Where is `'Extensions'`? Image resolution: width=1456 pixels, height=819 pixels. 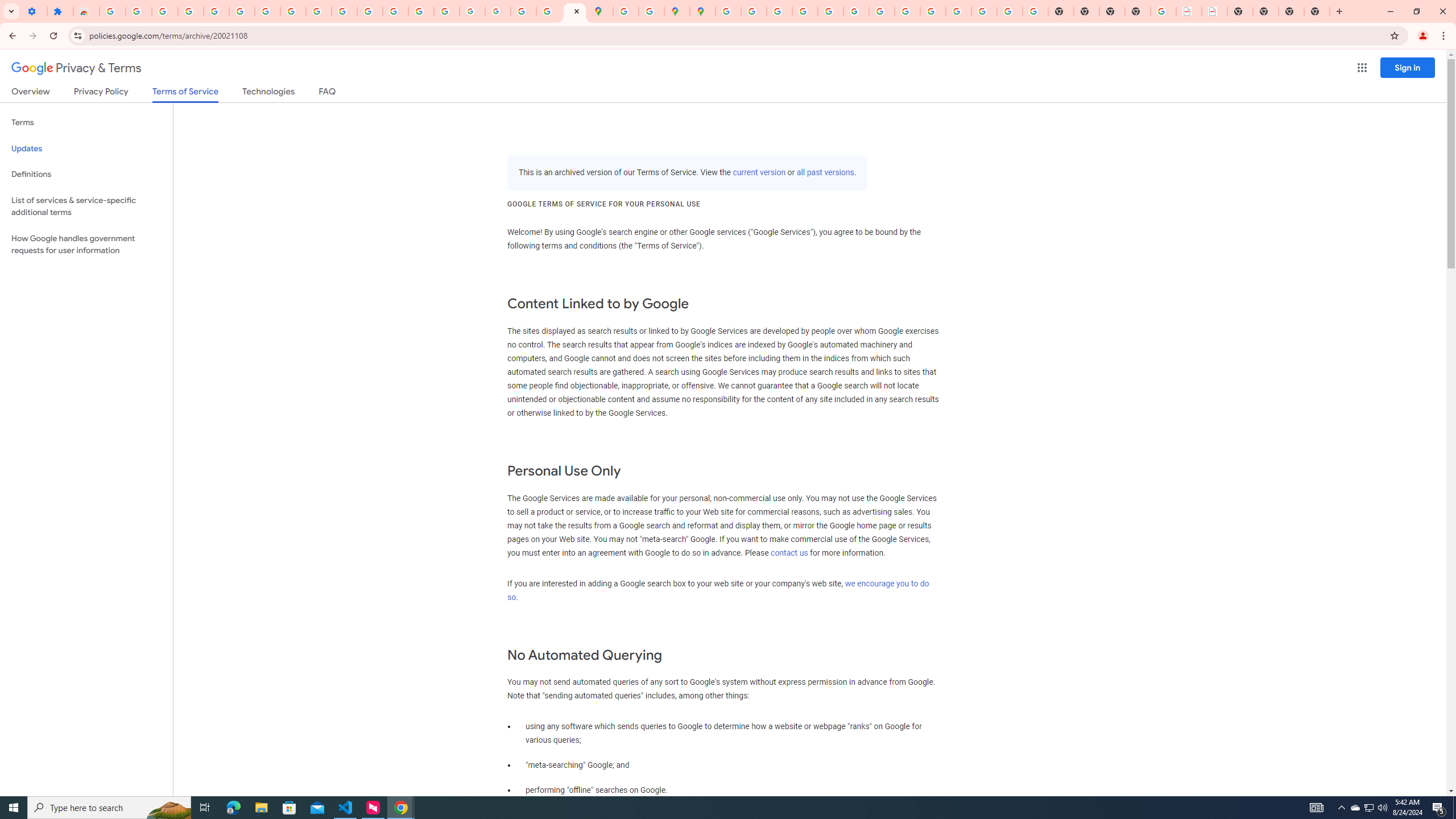
'Extensions' is located at coordinates (60, 11).